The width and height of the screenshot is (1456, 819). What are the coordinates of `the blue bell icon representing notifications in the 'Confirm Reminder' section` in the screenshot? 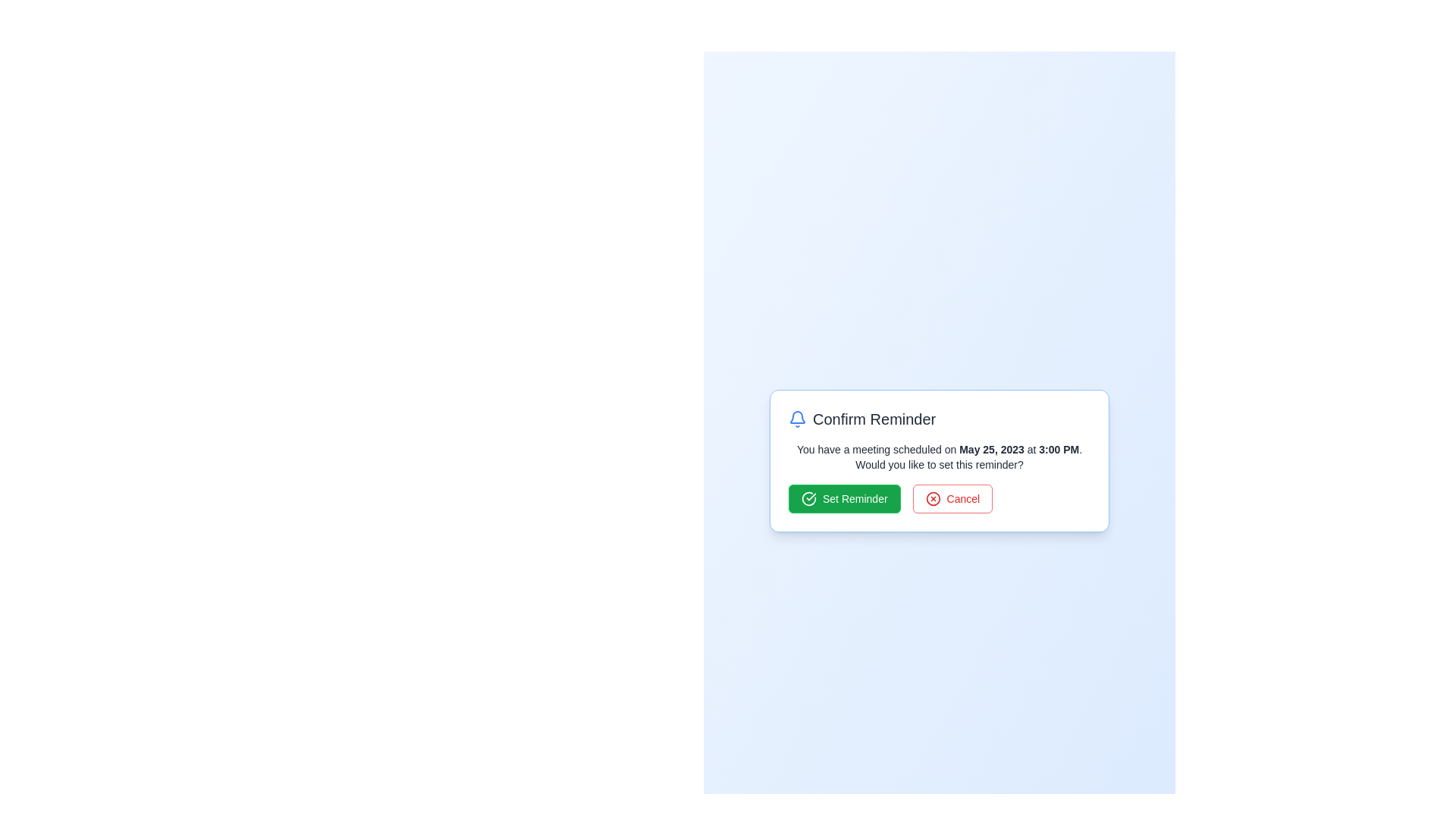 It's located at (796, 419).